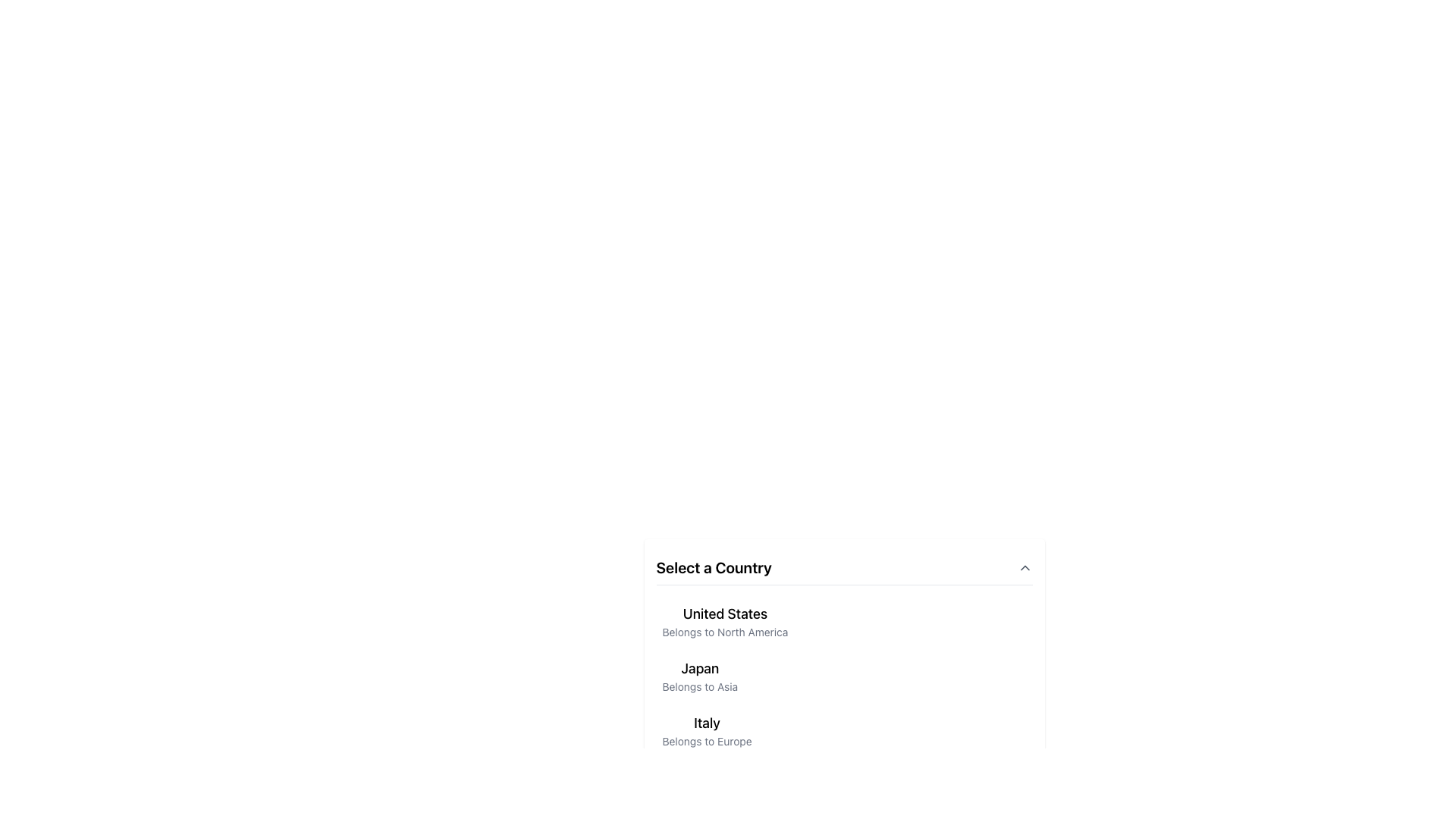 This screenshot has height=819, width=1456. I want to click on the 'Select a Country' dropdown list, so click(843, 655).